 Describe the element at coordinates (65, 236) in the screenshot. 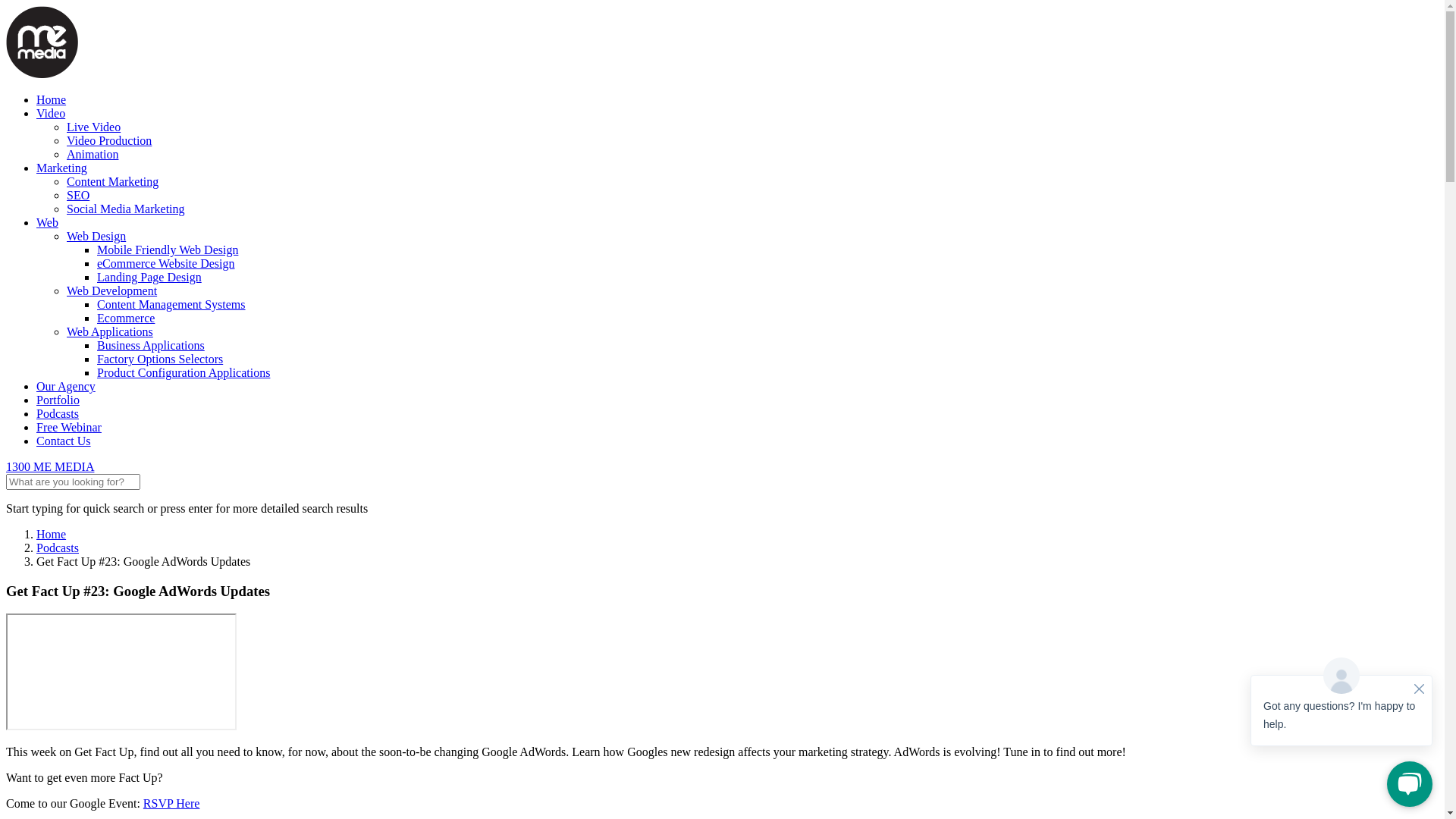

I see `'Web Design'` at that location.